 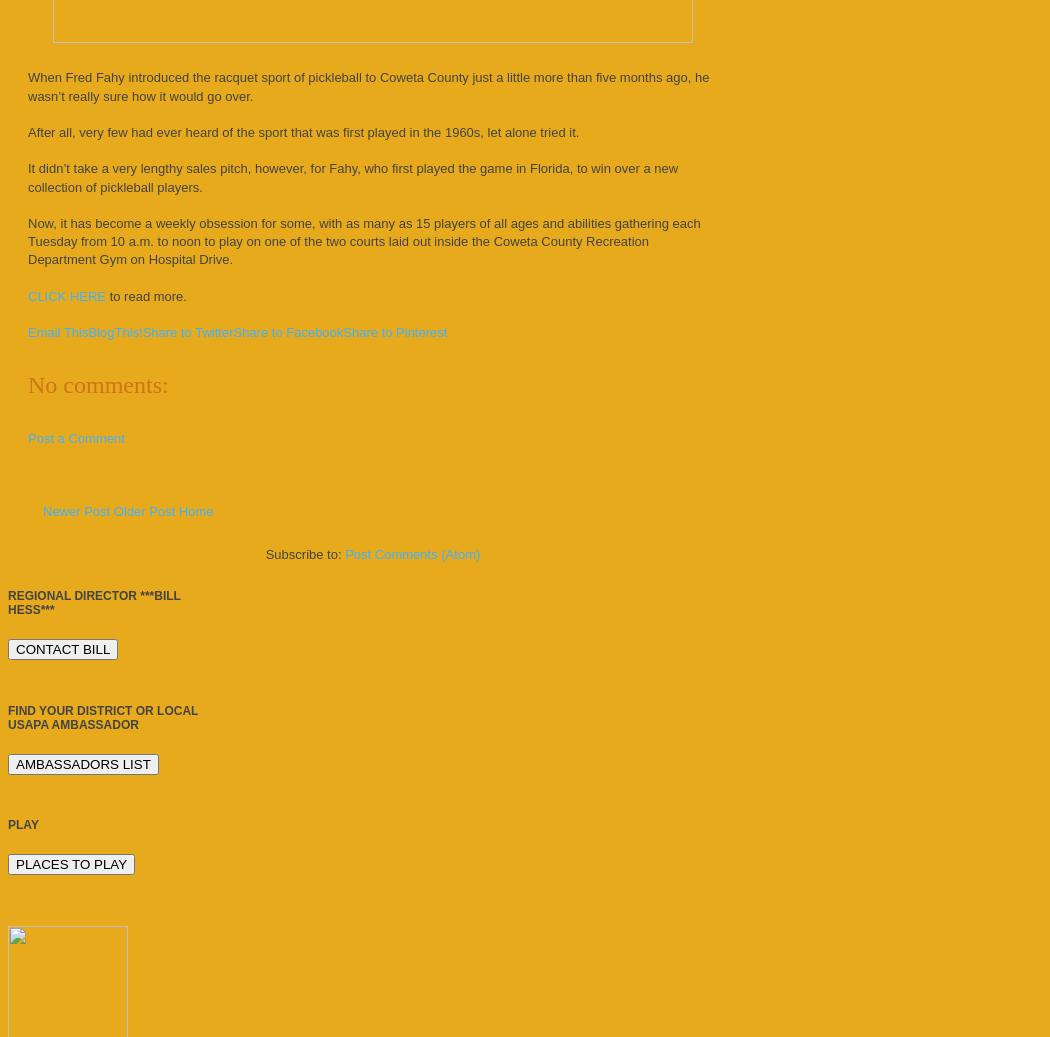 I want to click on 'When Fred Fahy introduced the racquet sport of pickleball to Coweta County just a little more than five months ago, he wasn’t really sure how it would go over.', so click(x=367, y=85).